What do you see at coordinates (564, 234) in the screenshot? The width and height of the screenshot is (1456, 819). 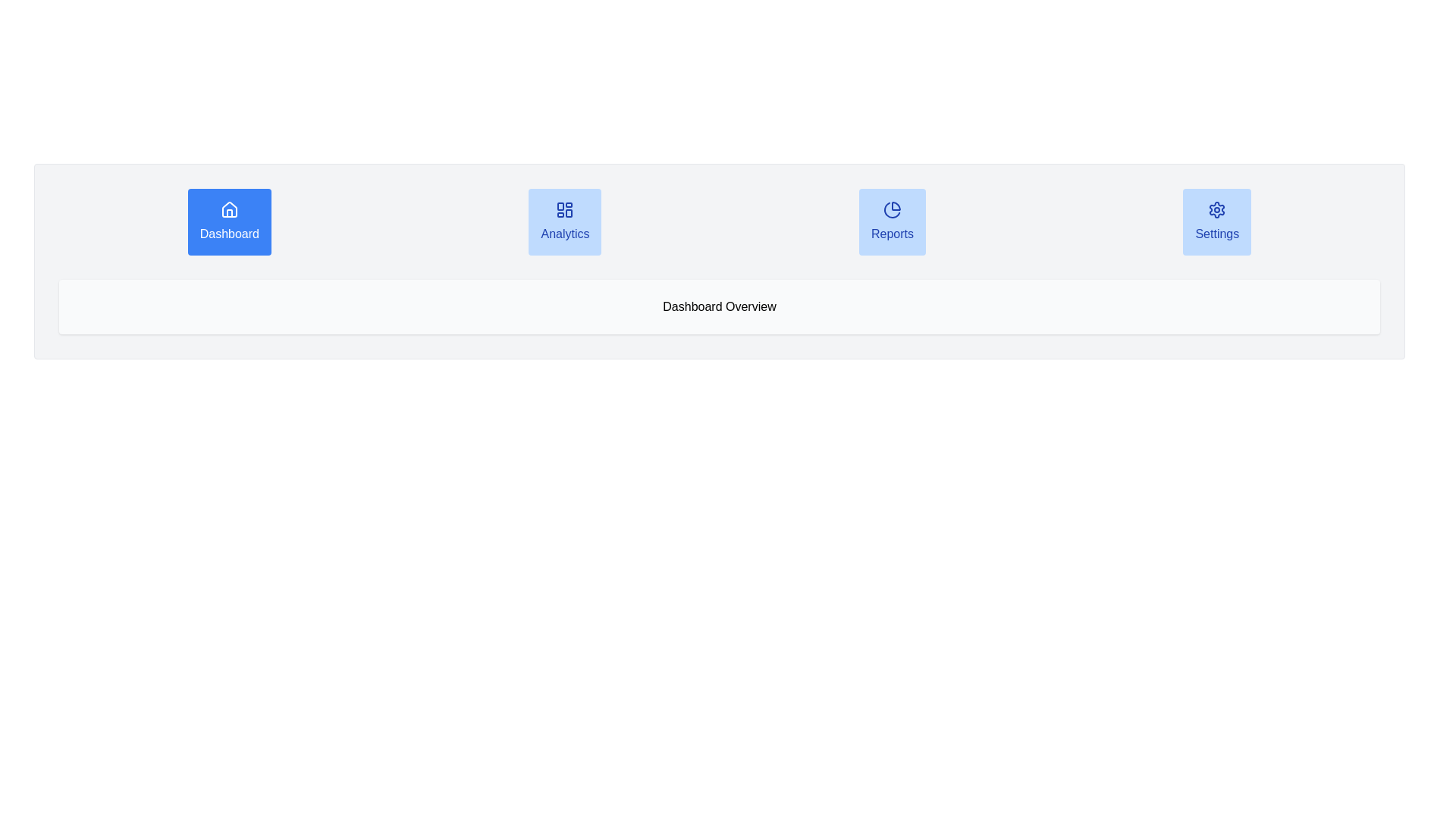 I see `the static text label that reads 'Analytics', which is bold and blue, located below the center icon in the 'Analytics' card` at bounding box center [564, 234].